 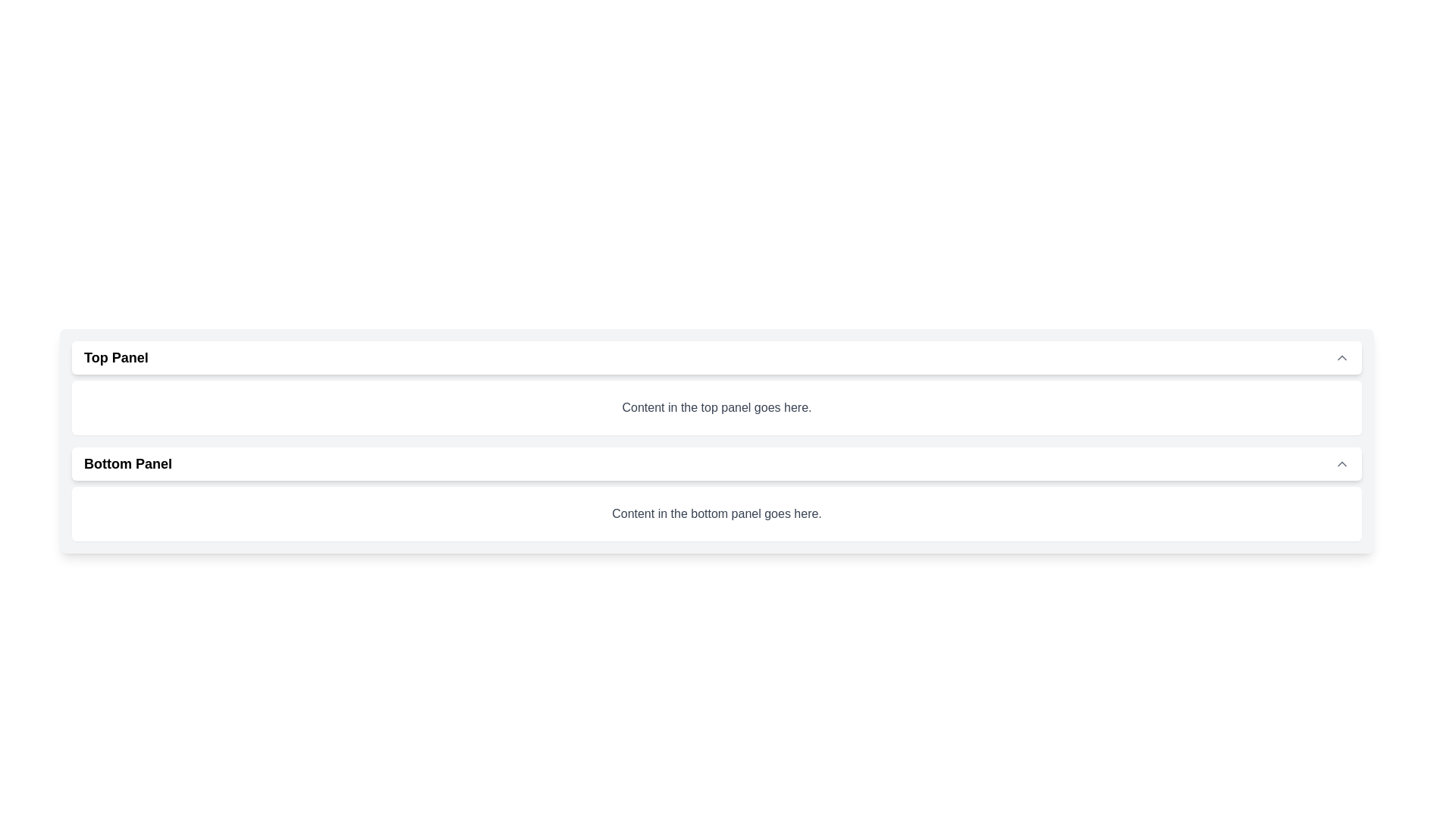 I want to click on the text field located in the bottom panel, which serves as a descriptor or content placeholder, so click(x=716, y=513).